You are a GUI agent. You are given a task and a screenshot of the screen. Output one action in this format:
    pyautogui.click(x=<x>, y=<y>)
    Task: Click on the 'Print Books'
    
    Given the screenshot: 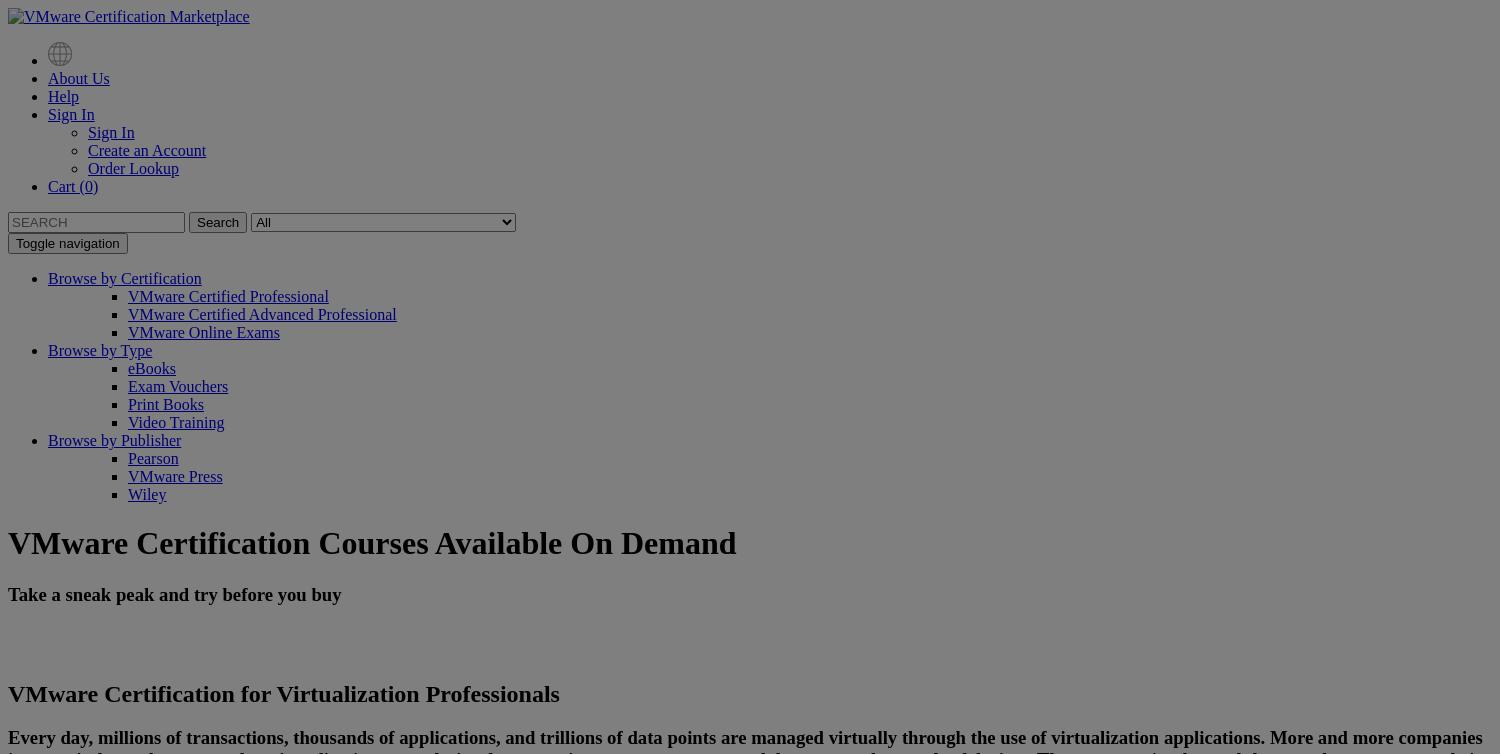 What is the action you would take?
    pyautogui.click(x=127, y=404)
    